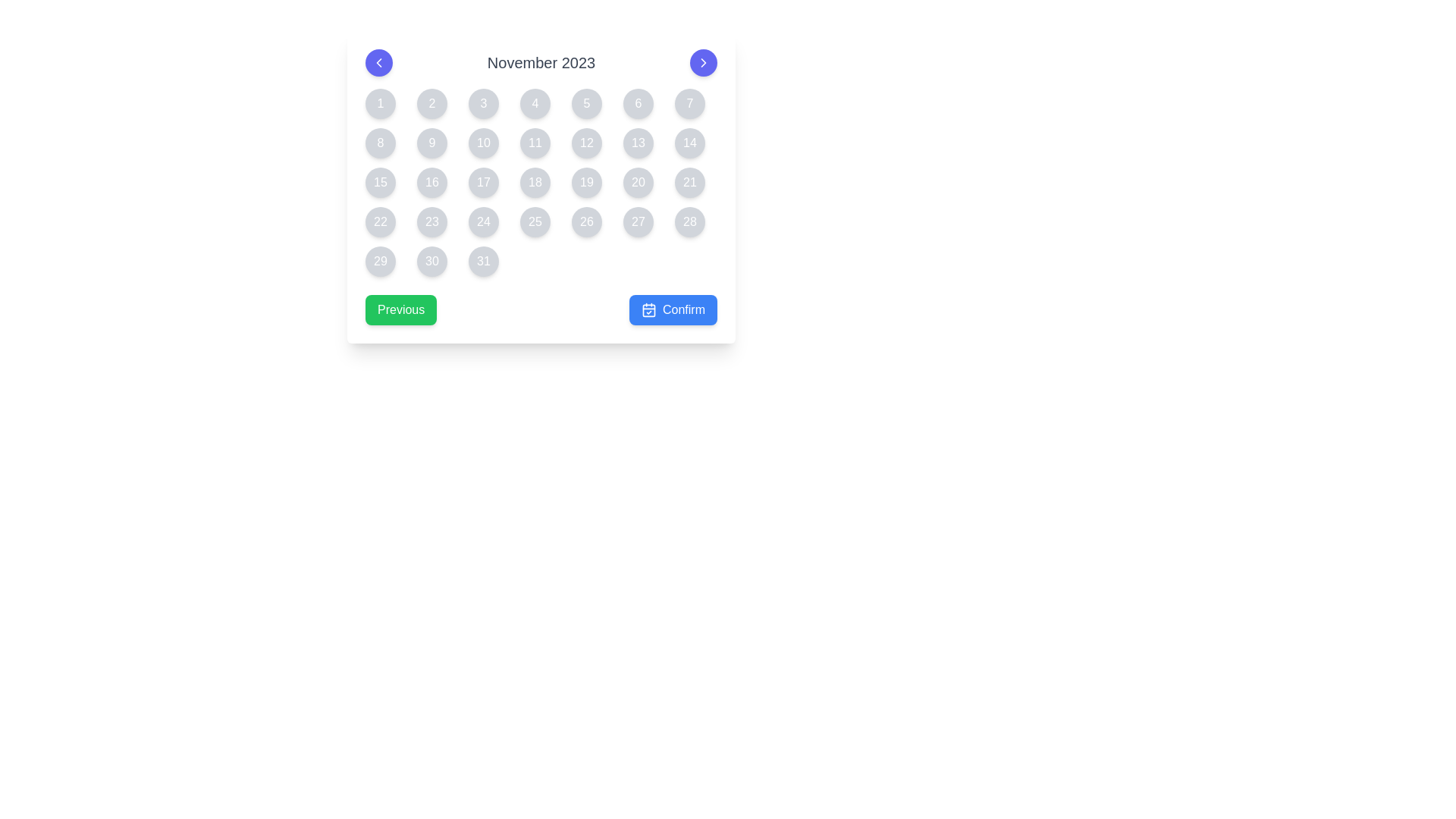 The image size is (1456, 819). What do you see at coordinates (689, 222) in the screenshot?
I see `the date selection button for '28' in the calendar grid` at bounding box center [689, 222].